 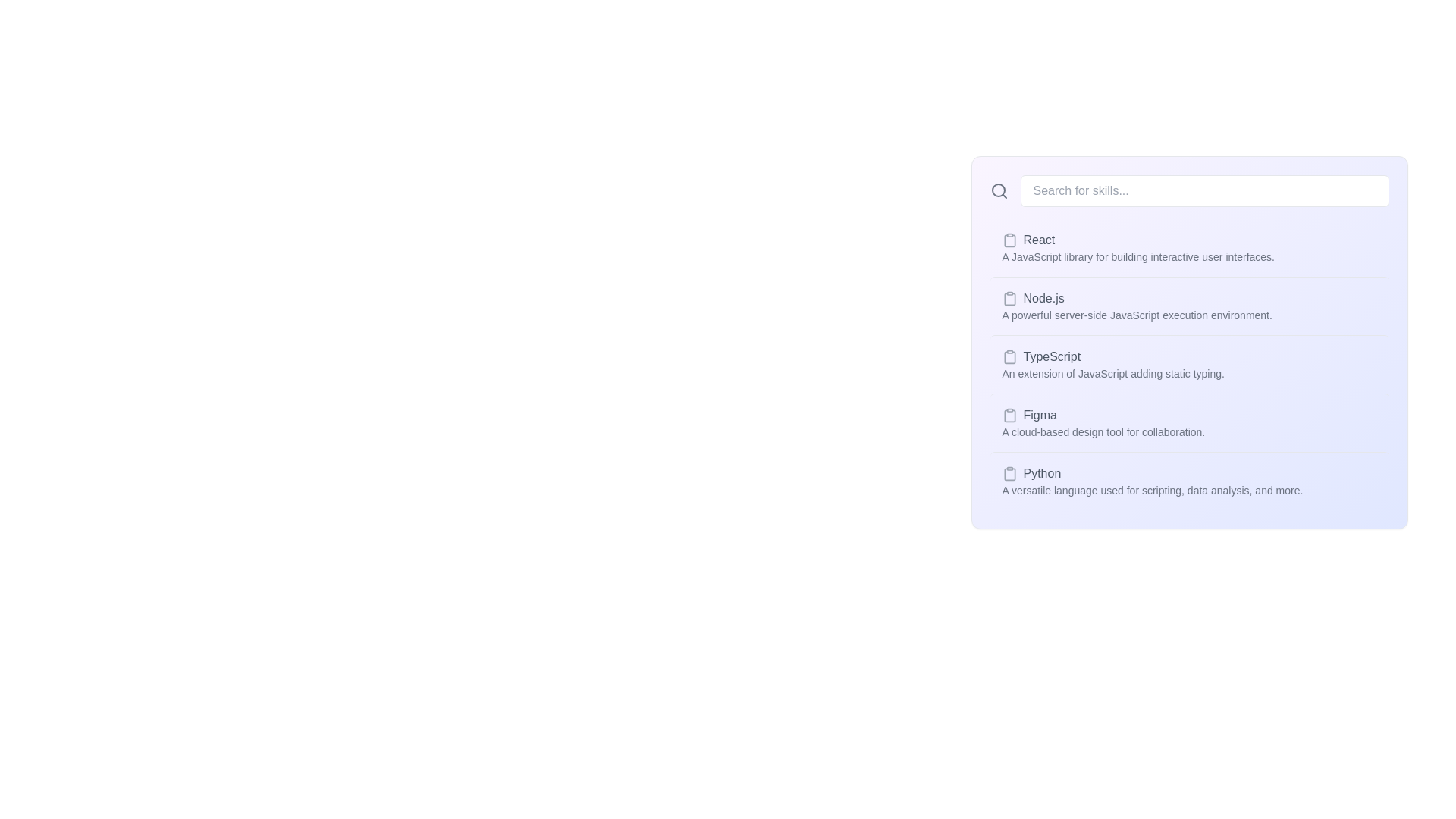 What do you see at coordinates (1152, 491) in the screenshot?
I see `the Text Label providing additional information about the 'Python' item, located below the title 'Python' in the vertical list` at bounding box center [1152, 491].